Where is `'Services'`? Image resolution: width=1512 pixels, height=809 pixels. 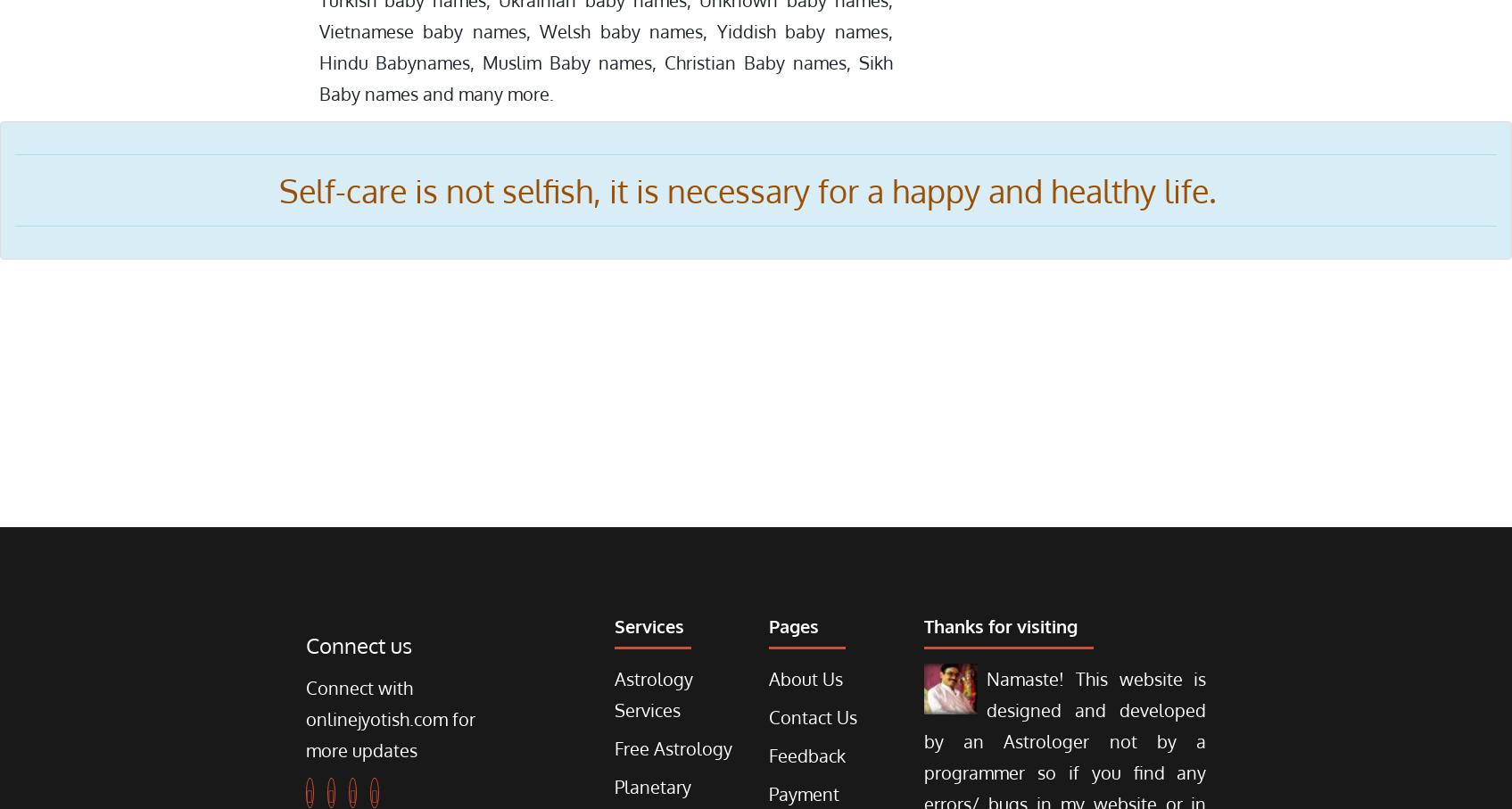 'Services' is located at coordinates (615, 626).